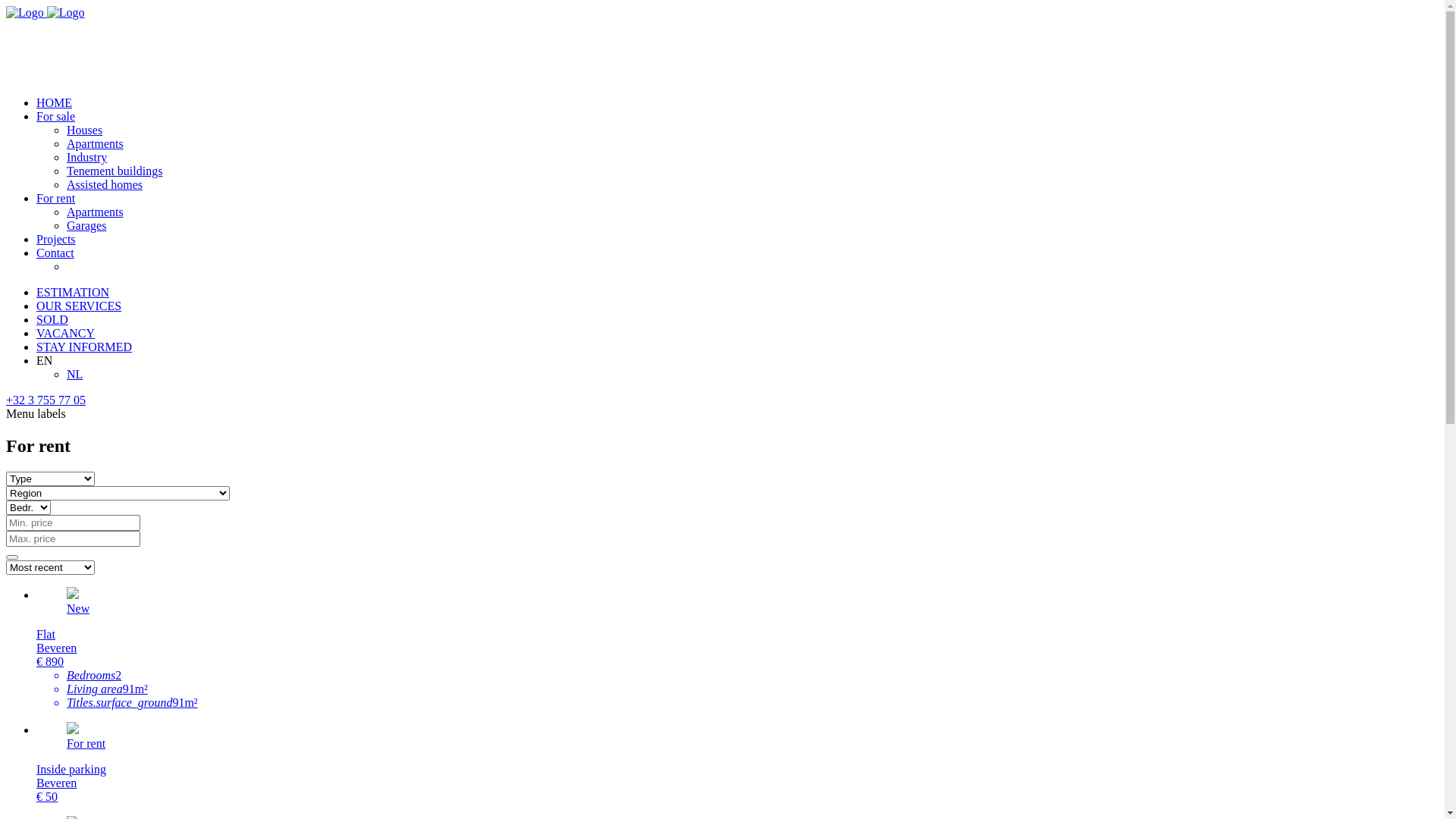  I want to click on 'NL', so click(74, 374).